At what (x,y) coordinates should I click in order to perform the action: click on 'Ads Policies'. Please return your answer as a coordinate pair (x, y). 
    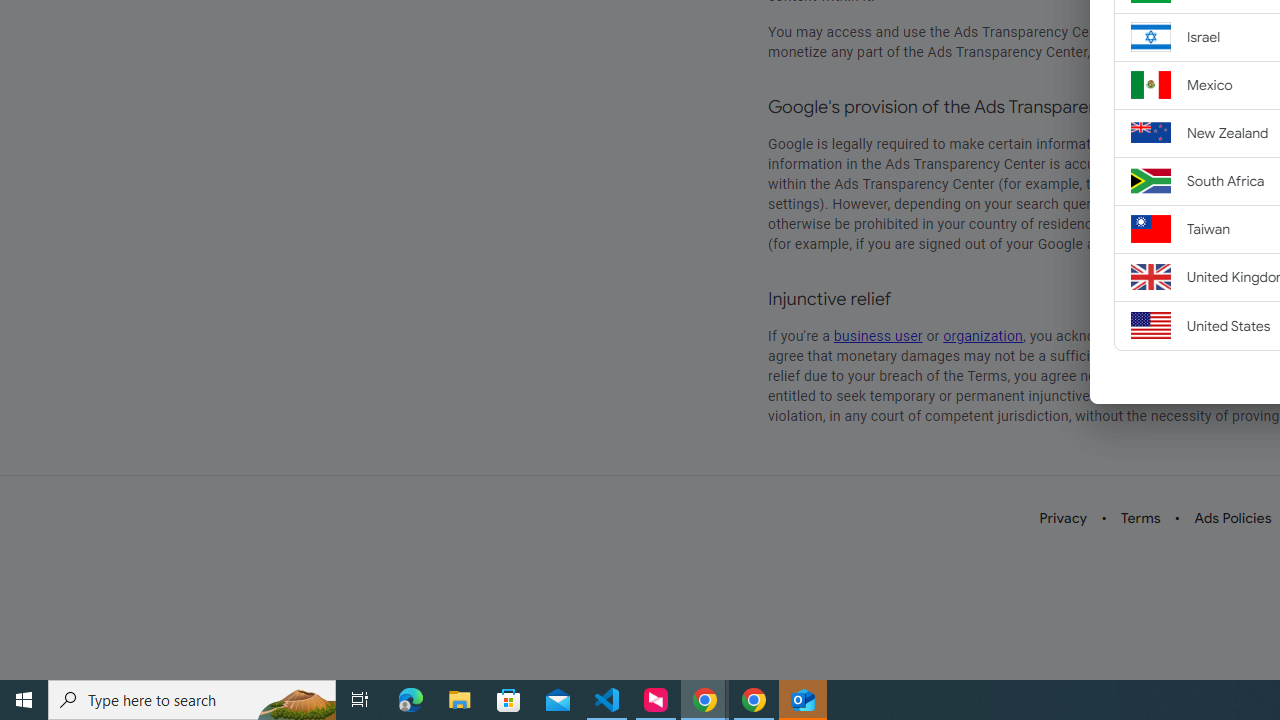
    Looking at the image, I should click on (1232, 517).